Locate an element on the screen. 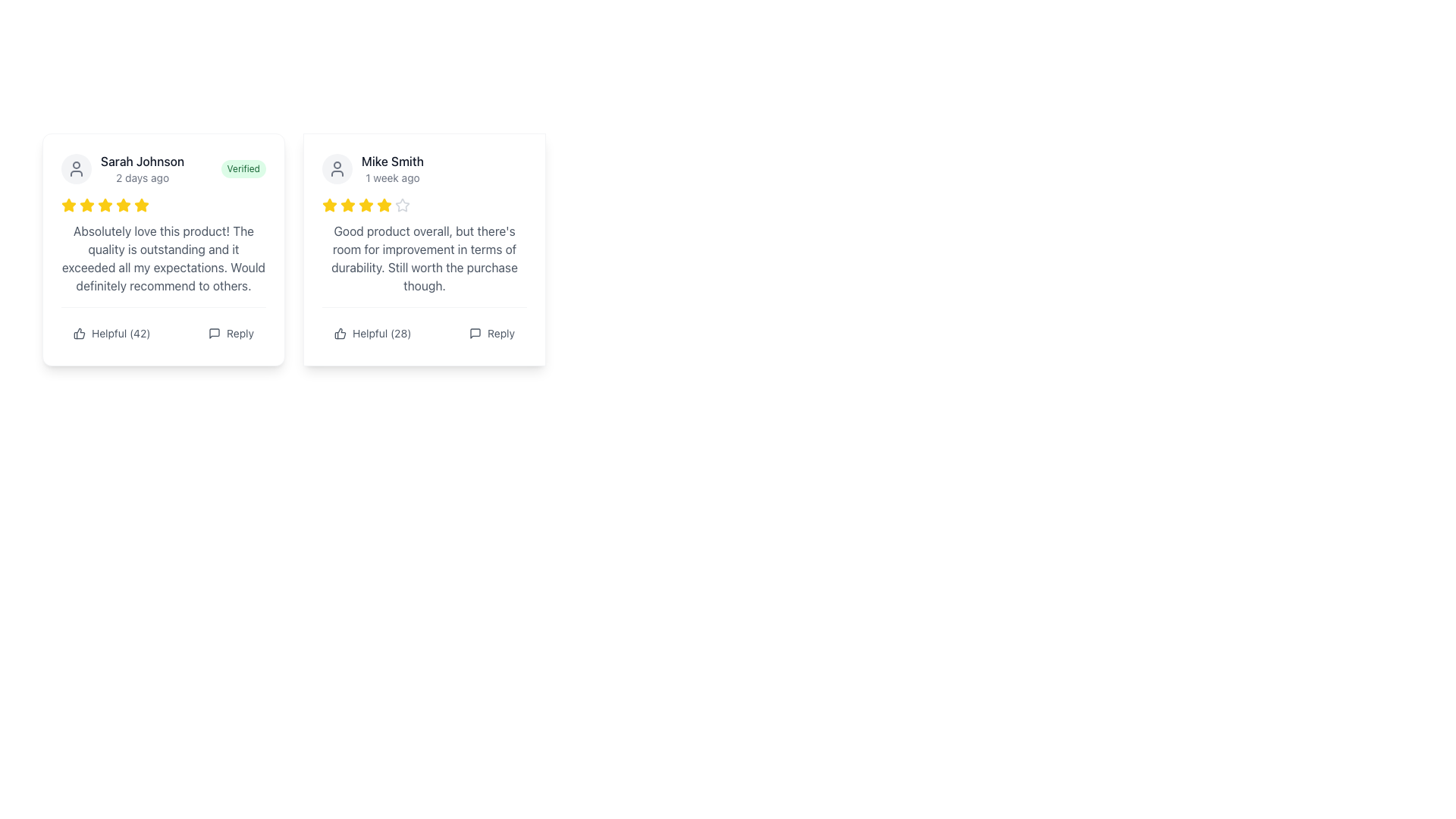 The height and width of the screenshot is (819, 1456). the third star icon in the five-star rating system on Sarah Johnson's review card is located at coordinates (124, 205).